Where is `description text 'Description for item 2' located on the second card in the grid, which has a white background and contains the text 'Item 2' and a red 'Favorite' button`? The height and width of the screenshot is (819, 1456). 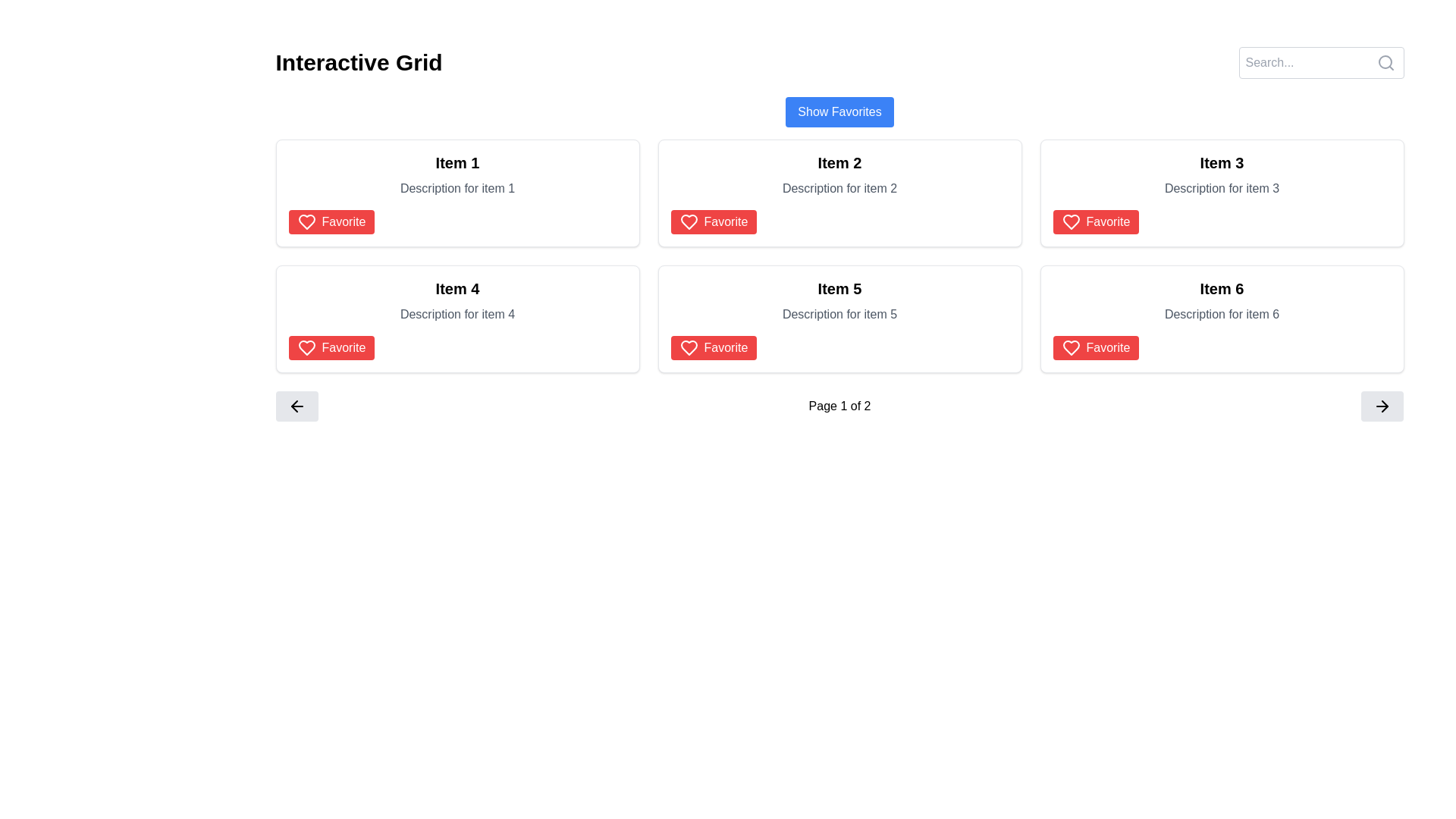 description text 'Description for item 2' located on the second card in the grid, which has a white background and contains the text 'Item 2' and a red 'Favorite' button is located at coordinates (839, 192).